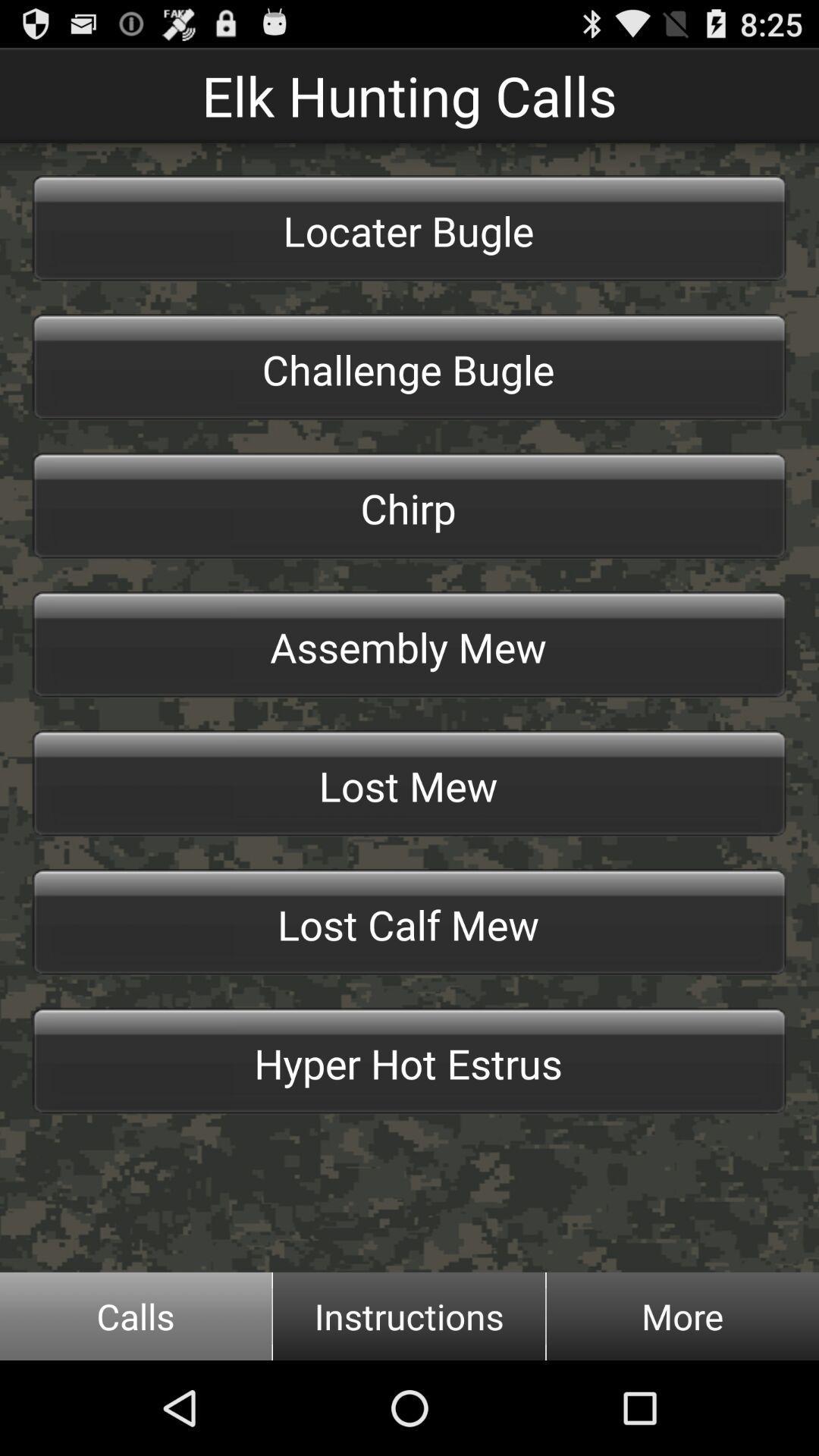 The width and height of the screenshot is (819, 1456). I want to click on the item above the lost mew item, so click(409, 645).